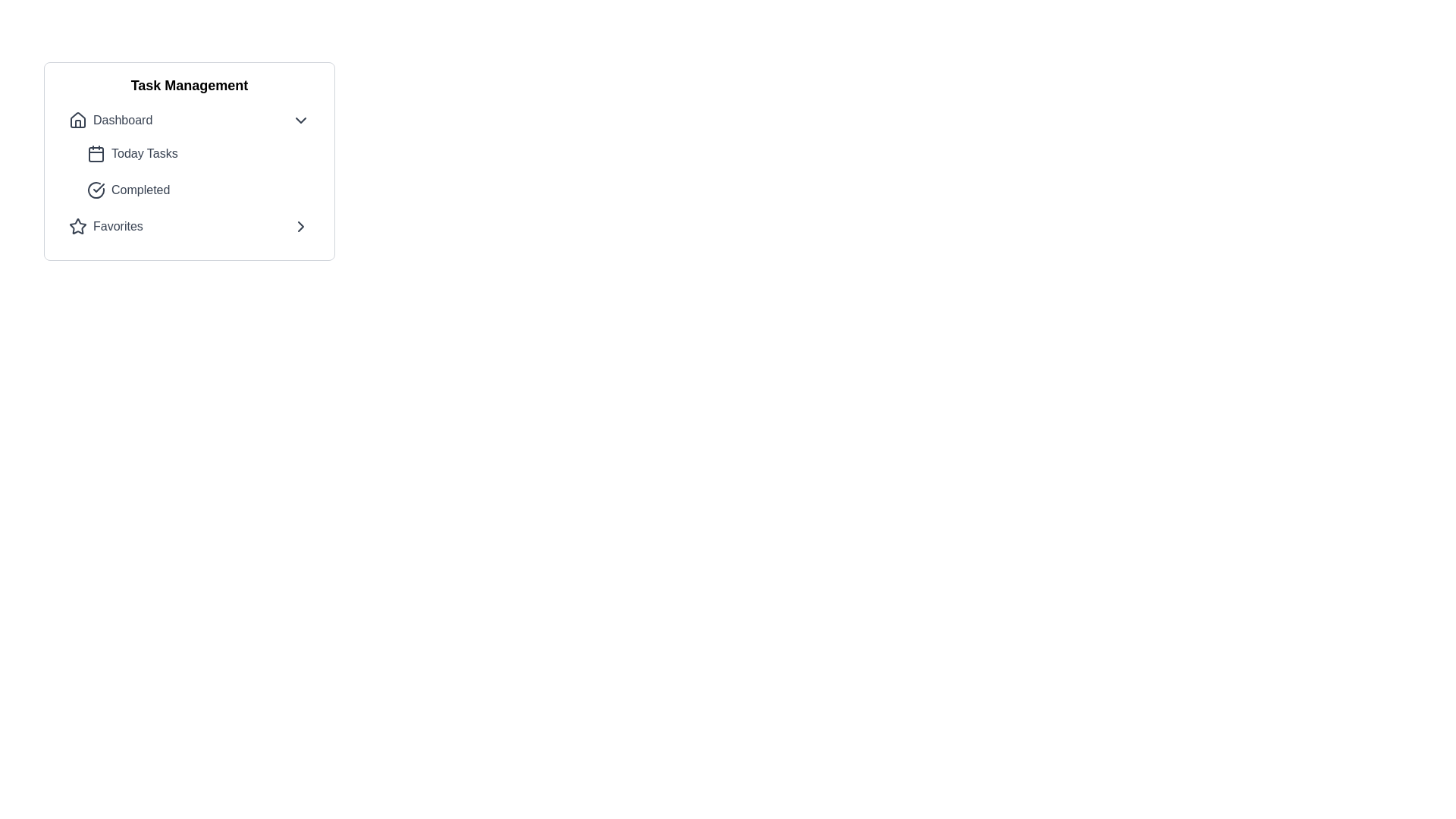 The image size is (1456, 819). Describe the element at coordinates (98, 187) in the screenshot. I see `the graphical checkmark enclosed in a circle within the 'Completed' label in the menu` at that location.